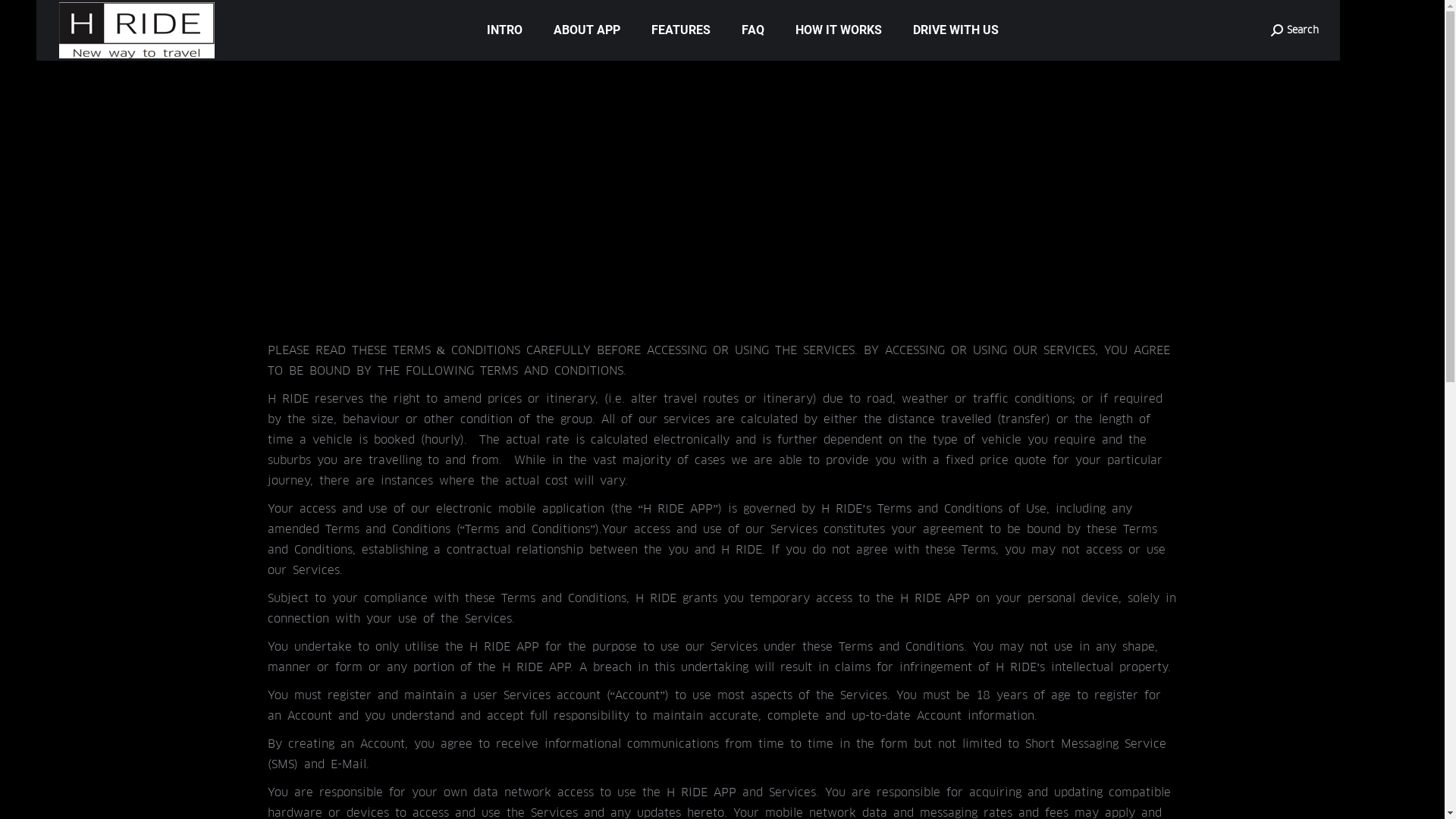 This screenshot has width=1456, height=819. What do you see at coordinates (726, 30) in the screenshot?
I see `'FAQ'` at bounding box center [726, 30].